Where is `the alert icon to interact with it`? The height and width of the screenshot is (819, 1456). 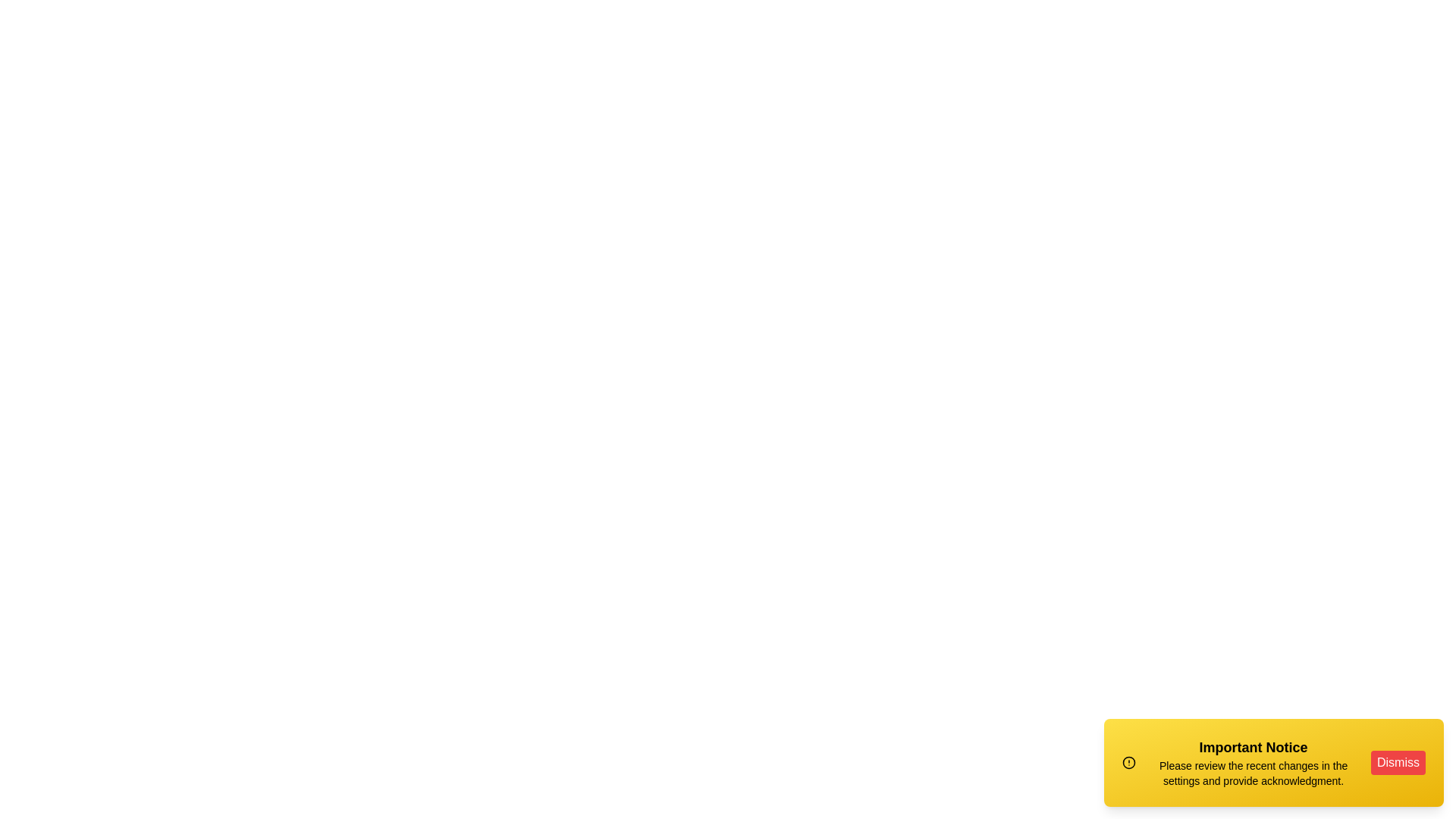
the alert icon to interact with it is located at coordinates (1128, 763).